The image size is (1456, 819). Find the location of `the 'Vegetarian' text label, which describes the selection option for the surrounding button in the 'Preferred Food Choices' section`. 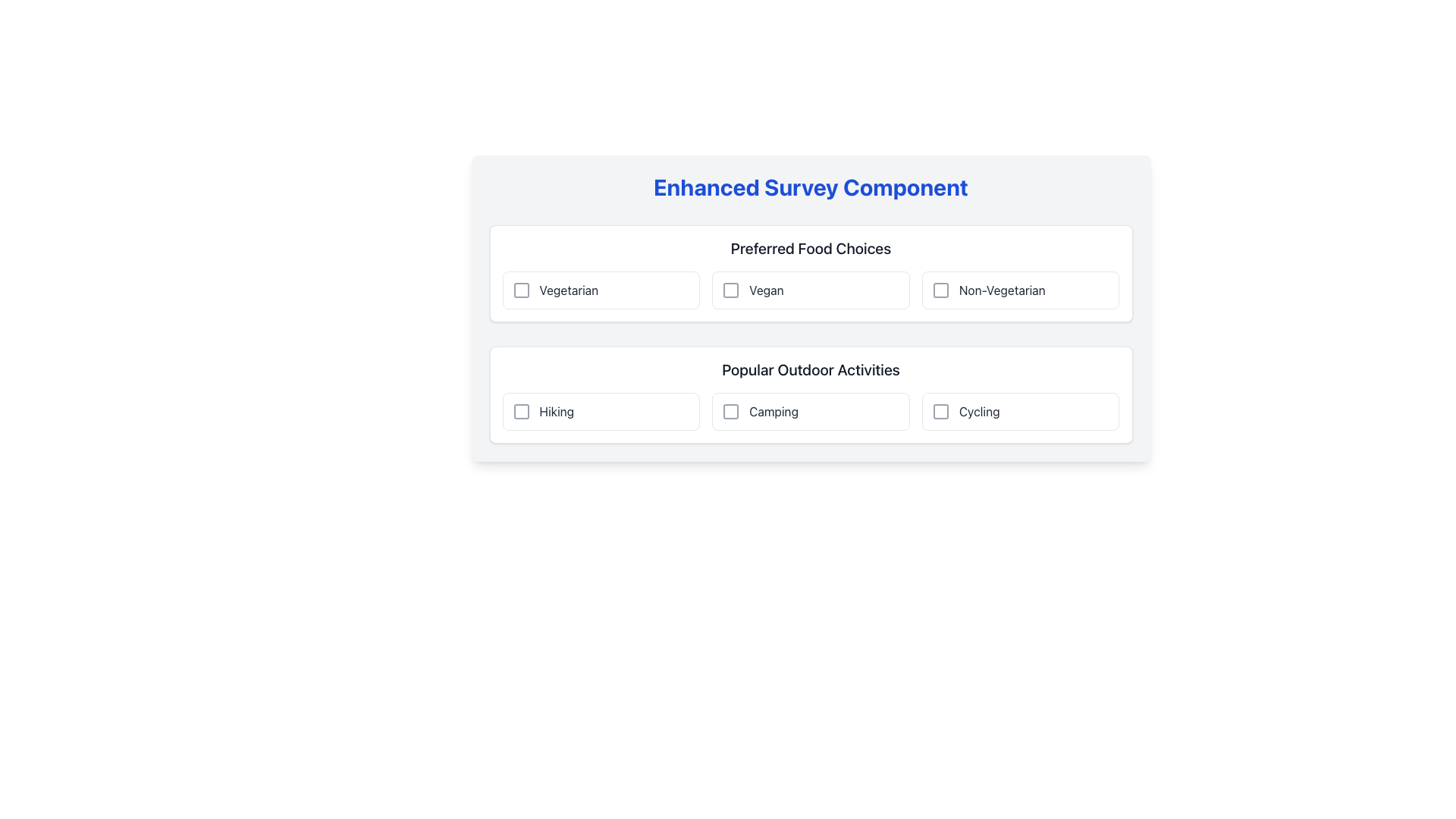

the 'Vegetarian' text label, which describes the selection option for the surrounding button in the 'Preferred Food Choices' section is located at coordinates (568, 290).